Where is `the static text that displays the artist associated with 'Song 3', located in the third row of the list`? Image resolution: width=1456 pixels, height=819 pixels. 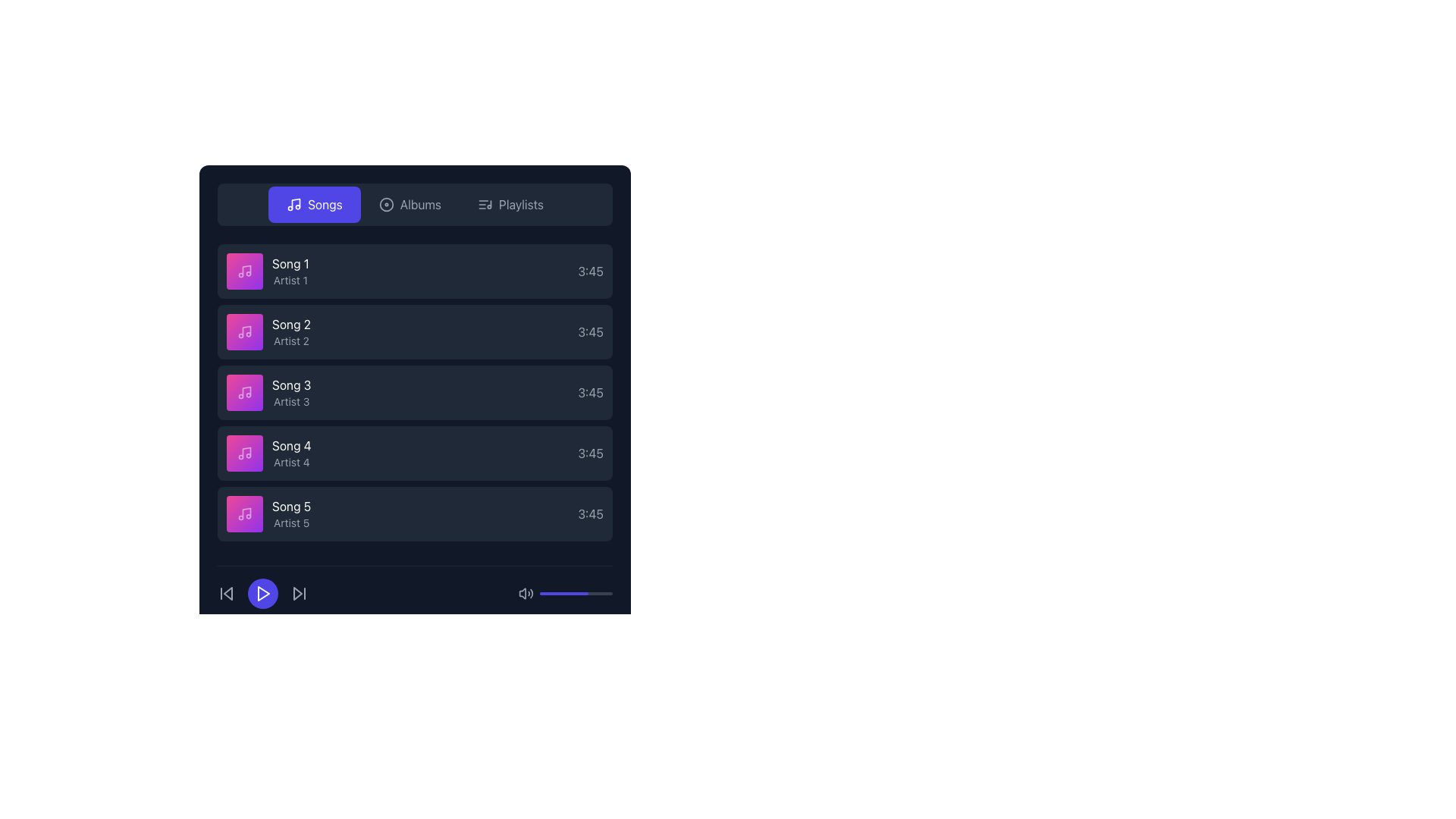 the static text that displays the artist associated with 'Song 3', located in the third row of the list is located at coordinates (291, 400).